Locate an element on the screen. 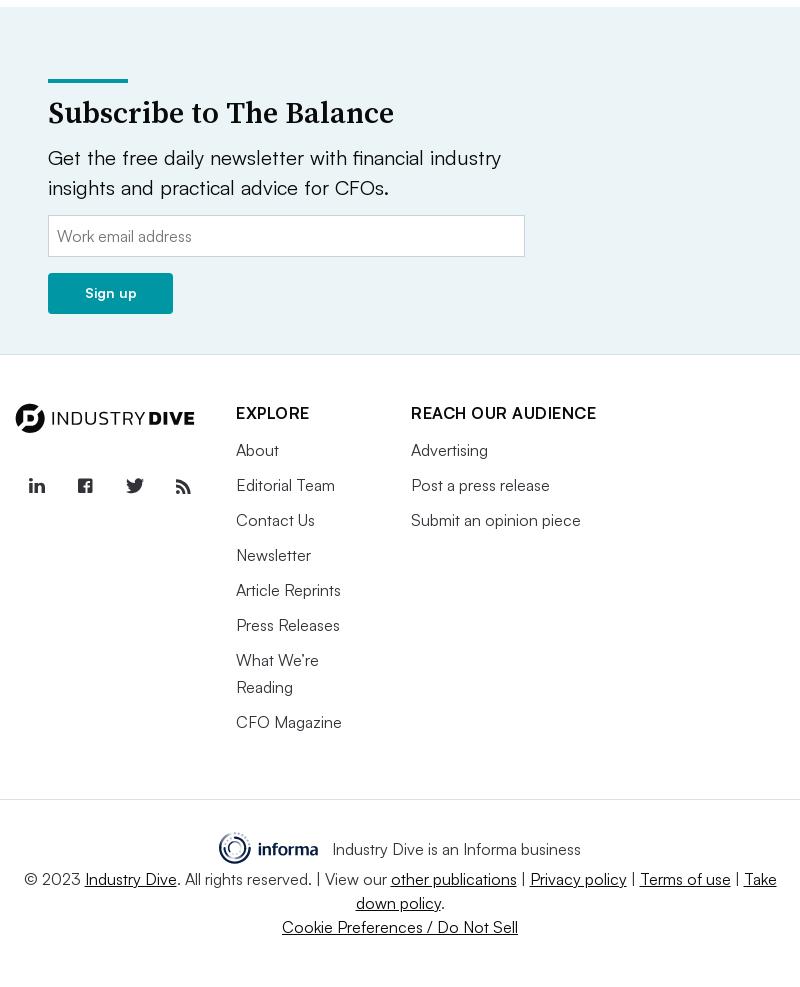 This screenshot has height=987, width=800. 'CFO Magazine' is located at coordinates (288, 720).